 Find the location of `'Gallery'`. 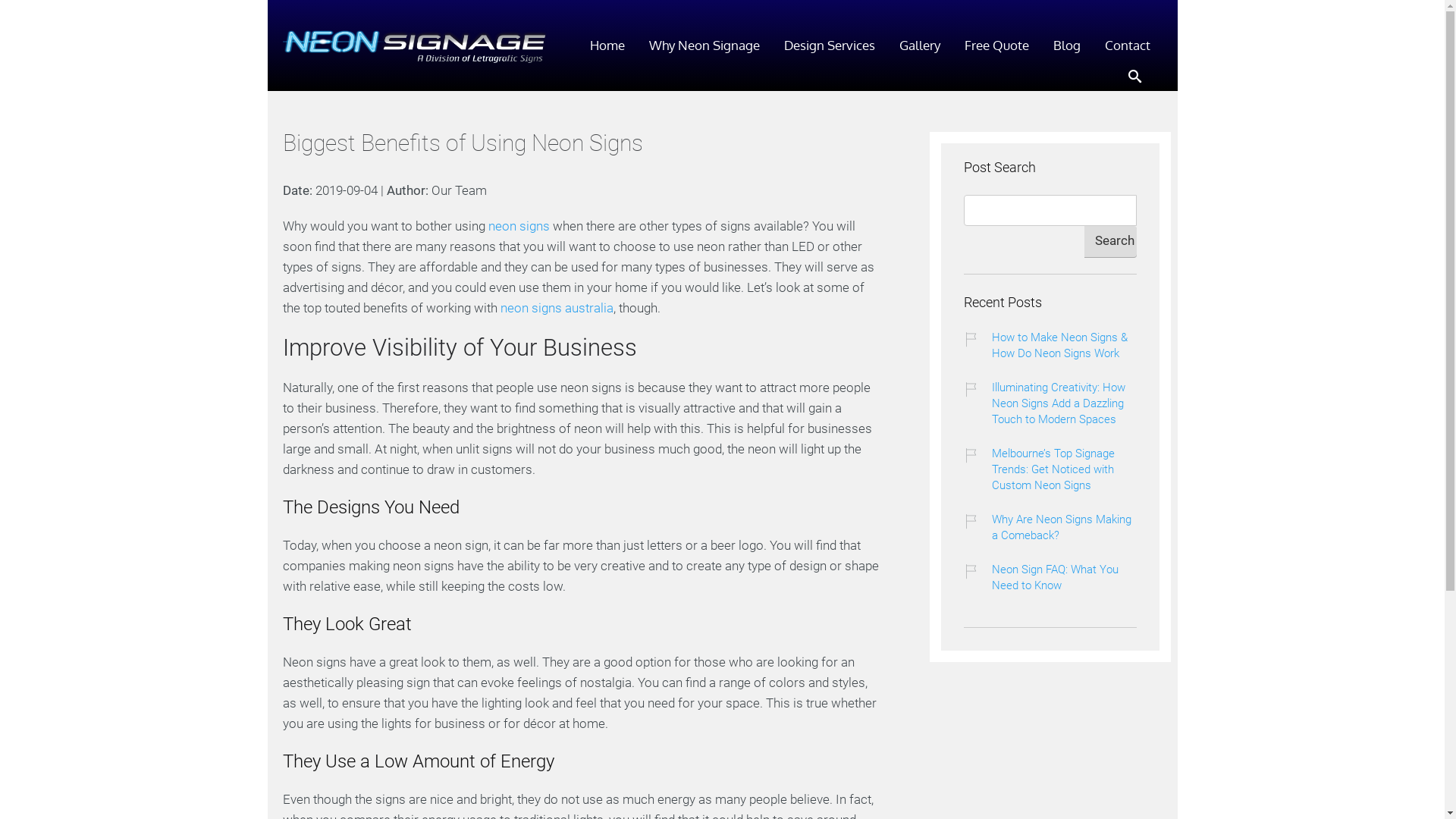

'Gallery' is located at coordinates (919, 45).